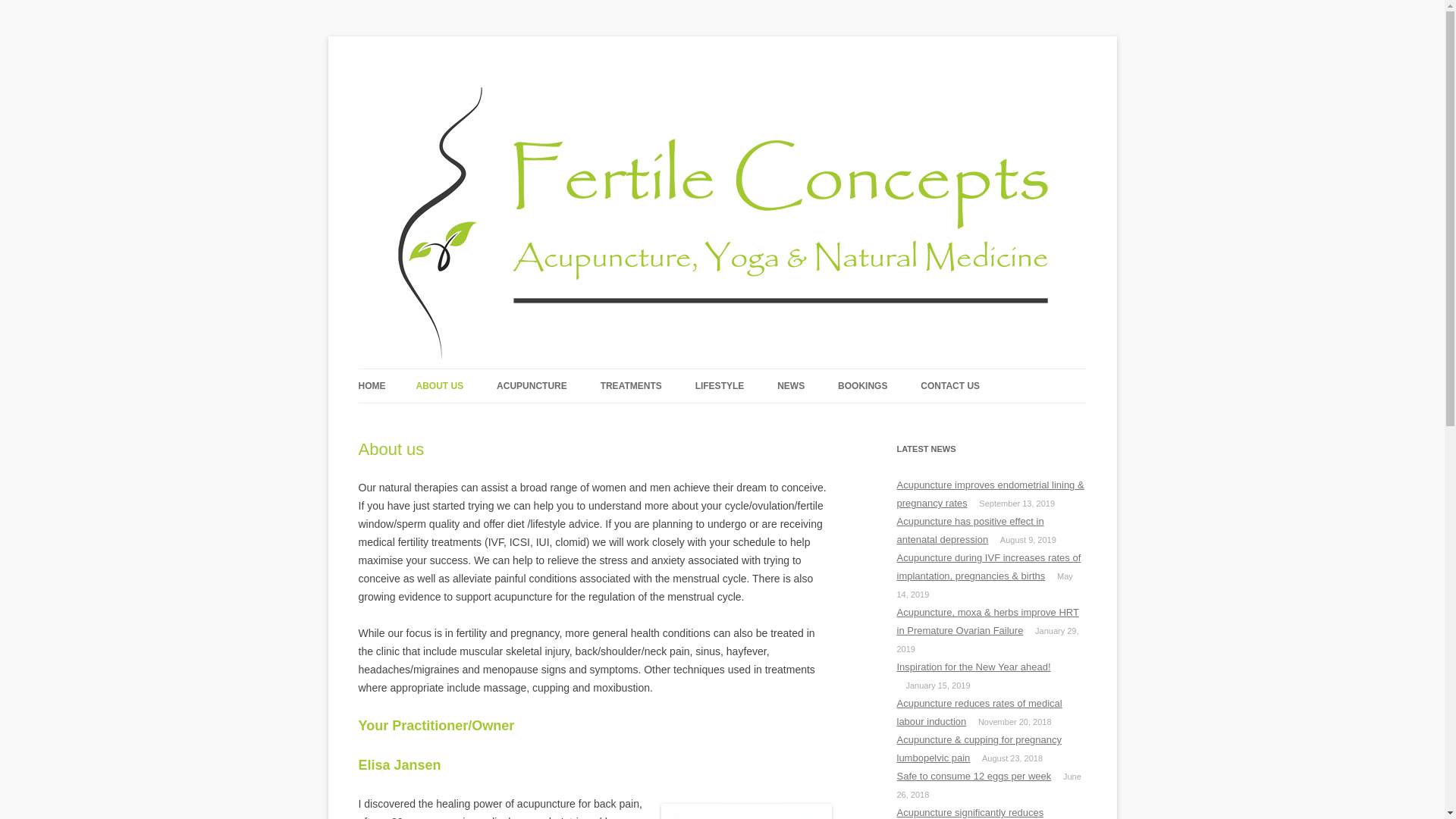  I want to click on 'Acupuncture & cupping for pregnancy lumbopelvic pain', so click(979, 748).